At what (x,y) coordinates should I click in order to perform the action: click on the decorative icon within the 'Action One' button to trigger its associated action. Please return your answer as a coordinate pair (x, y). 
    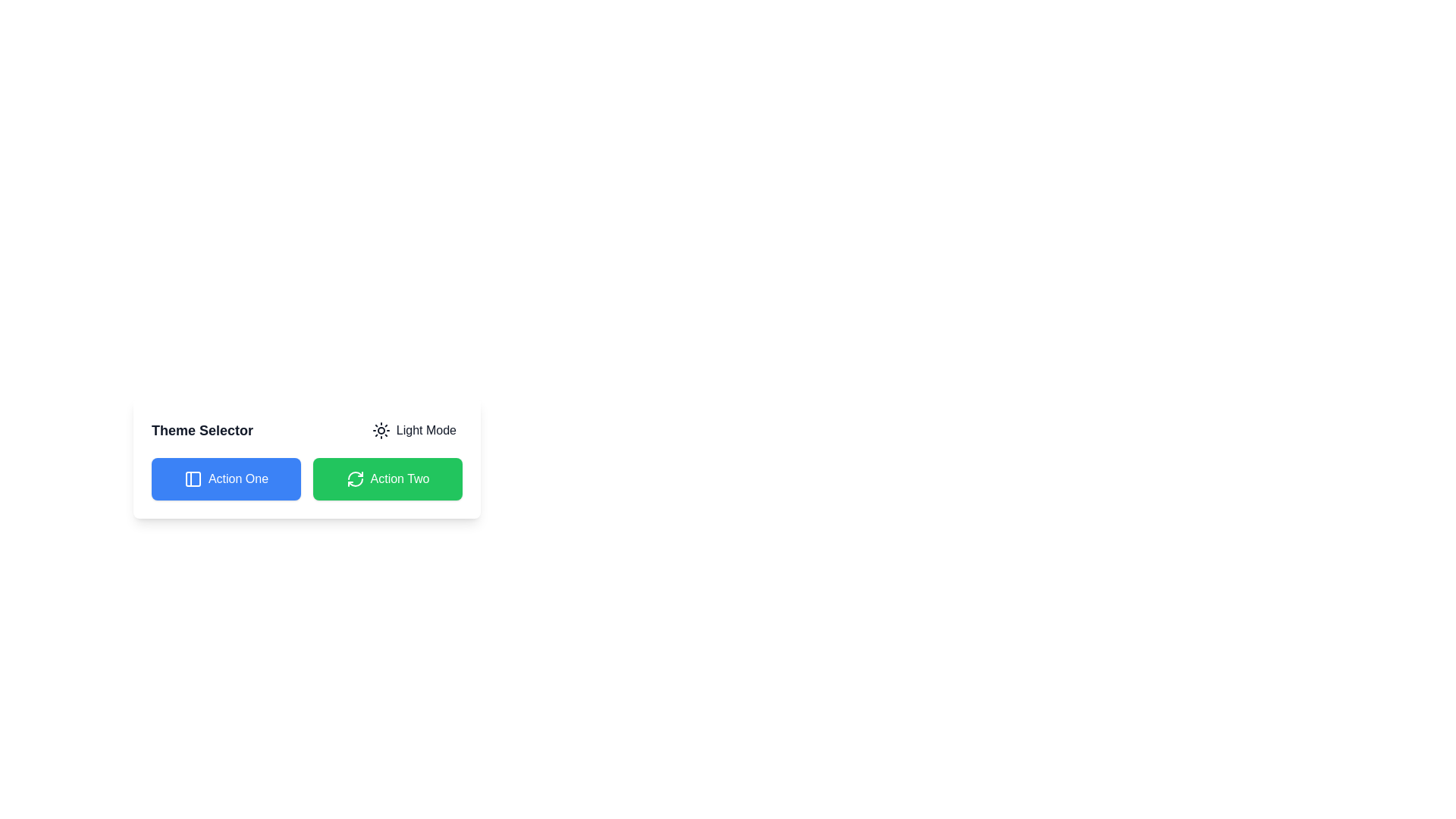
    Looking at the image, I should click on (192, 479).